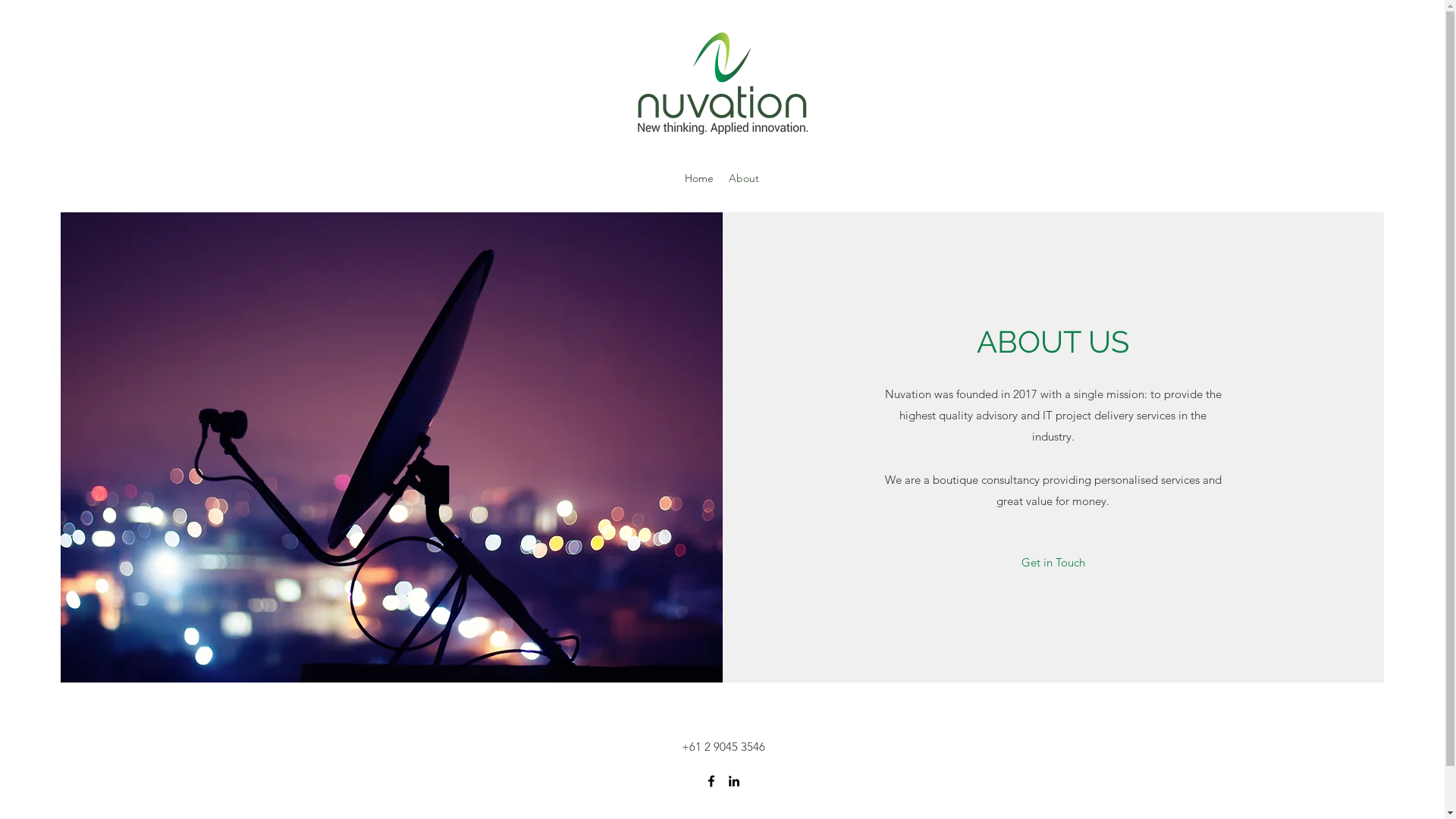 Image resolution: width=1456 pixels, height=819 pixels. Describe the element at coordinates (676, 177) in the screenshot. I see `'Home'` at that location.